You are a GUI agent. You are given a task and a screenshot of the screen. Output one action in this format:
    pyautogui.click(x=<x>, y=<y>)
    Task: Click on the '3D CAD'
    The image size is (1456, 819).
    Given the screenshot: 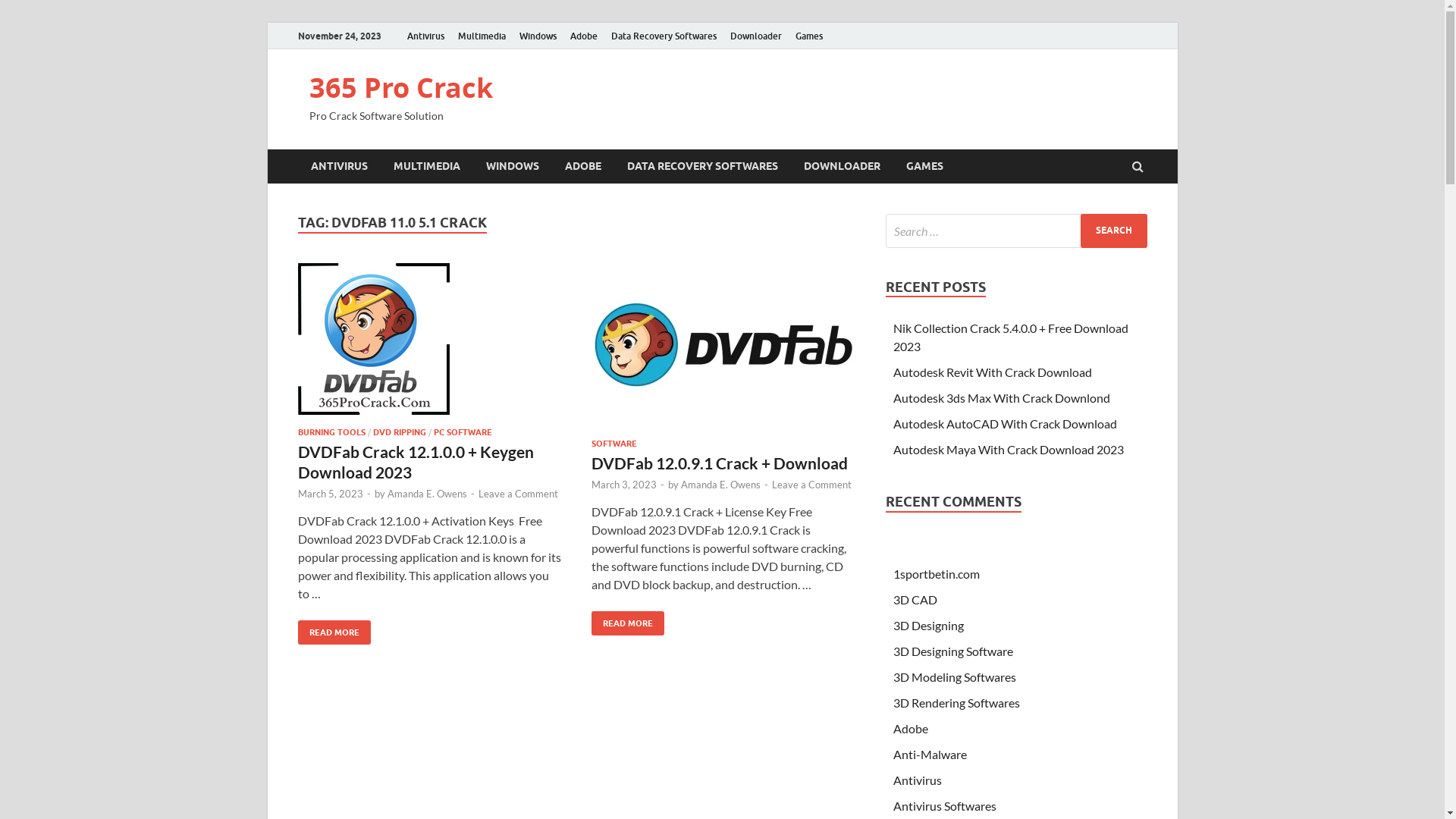 What is the action you would take?
    pyautogui.click(x=914, y=598)
    